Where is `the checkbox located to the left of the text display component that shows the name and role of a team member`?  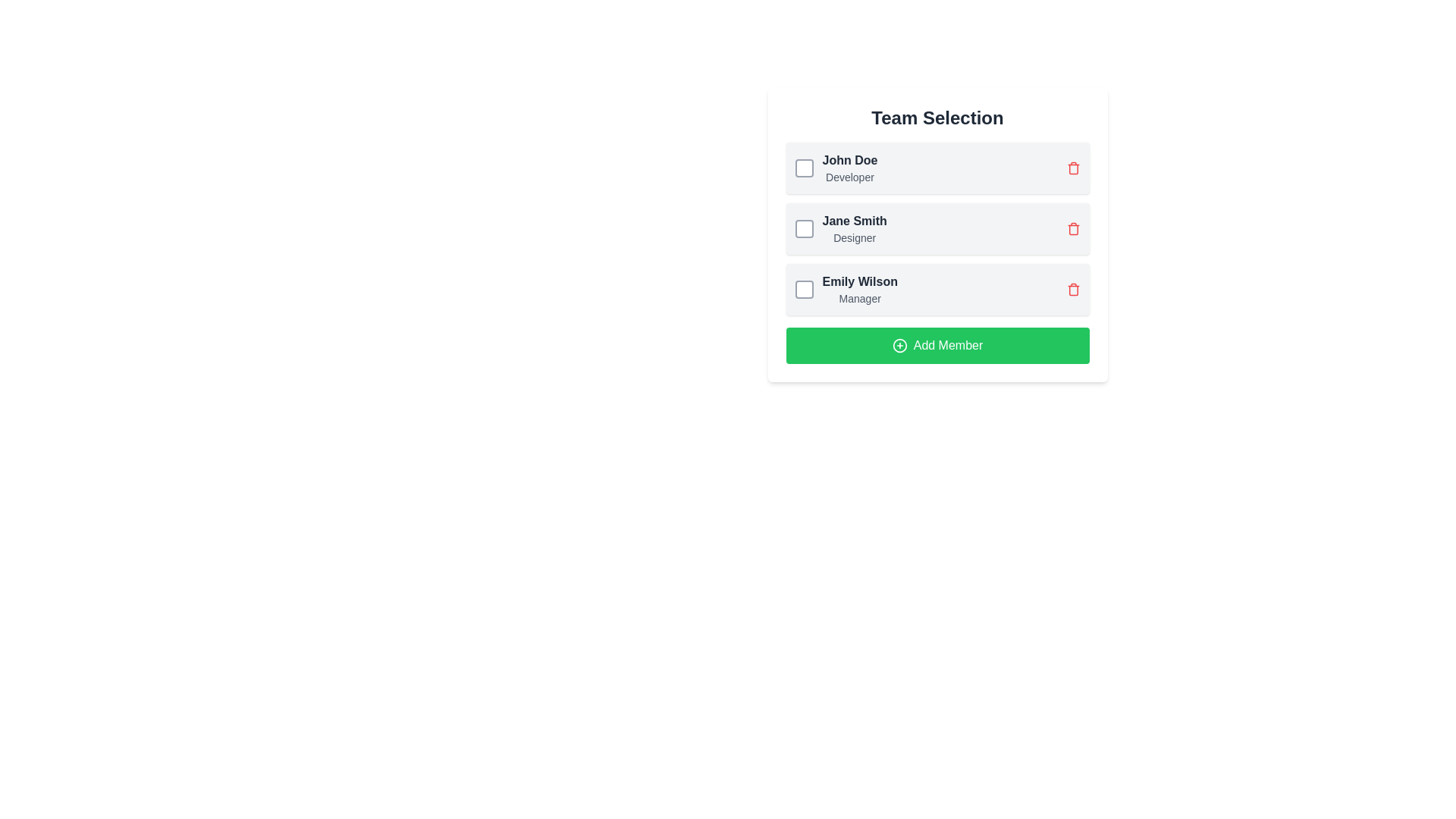 the checkbox located to the left of the text display component that shows the name and role of a team member is located at coordinates (833, 168).